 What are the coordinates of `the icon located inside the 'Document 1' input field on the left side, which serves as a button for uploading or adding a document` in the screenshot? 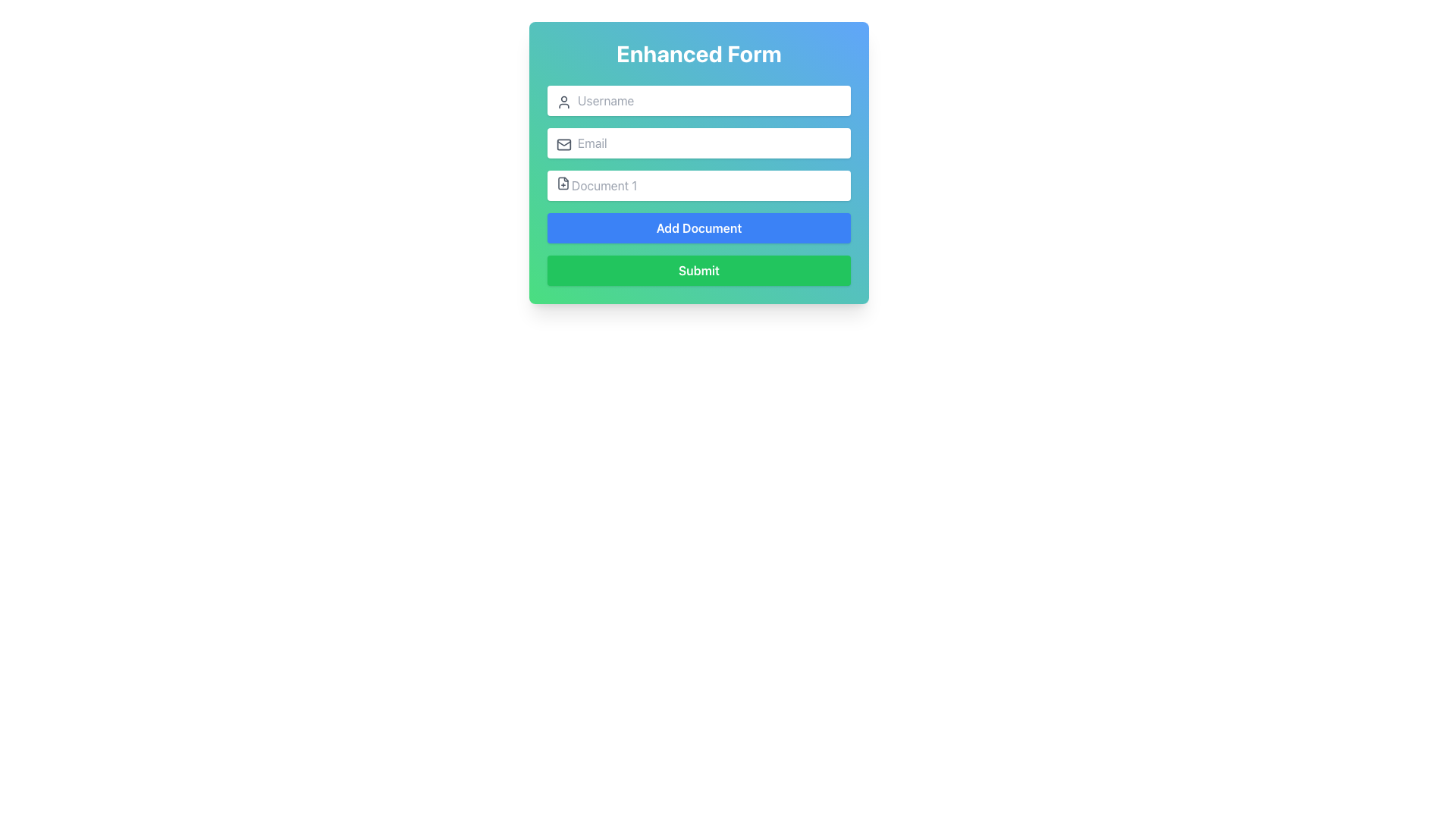 It's located at (563, 183).